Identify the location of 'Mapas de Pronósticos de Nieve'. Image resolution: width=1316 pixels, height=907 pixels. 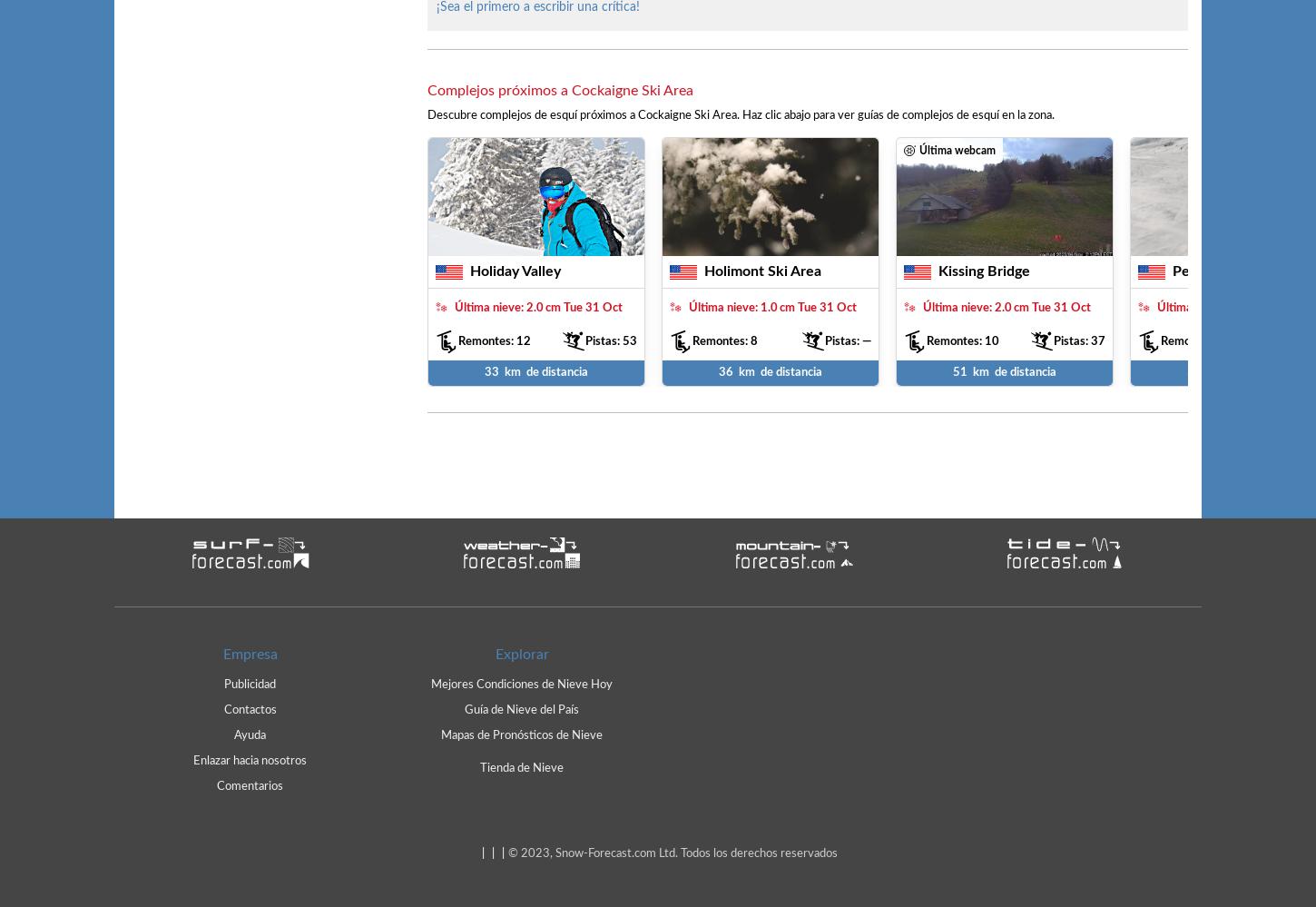
(522, 734).